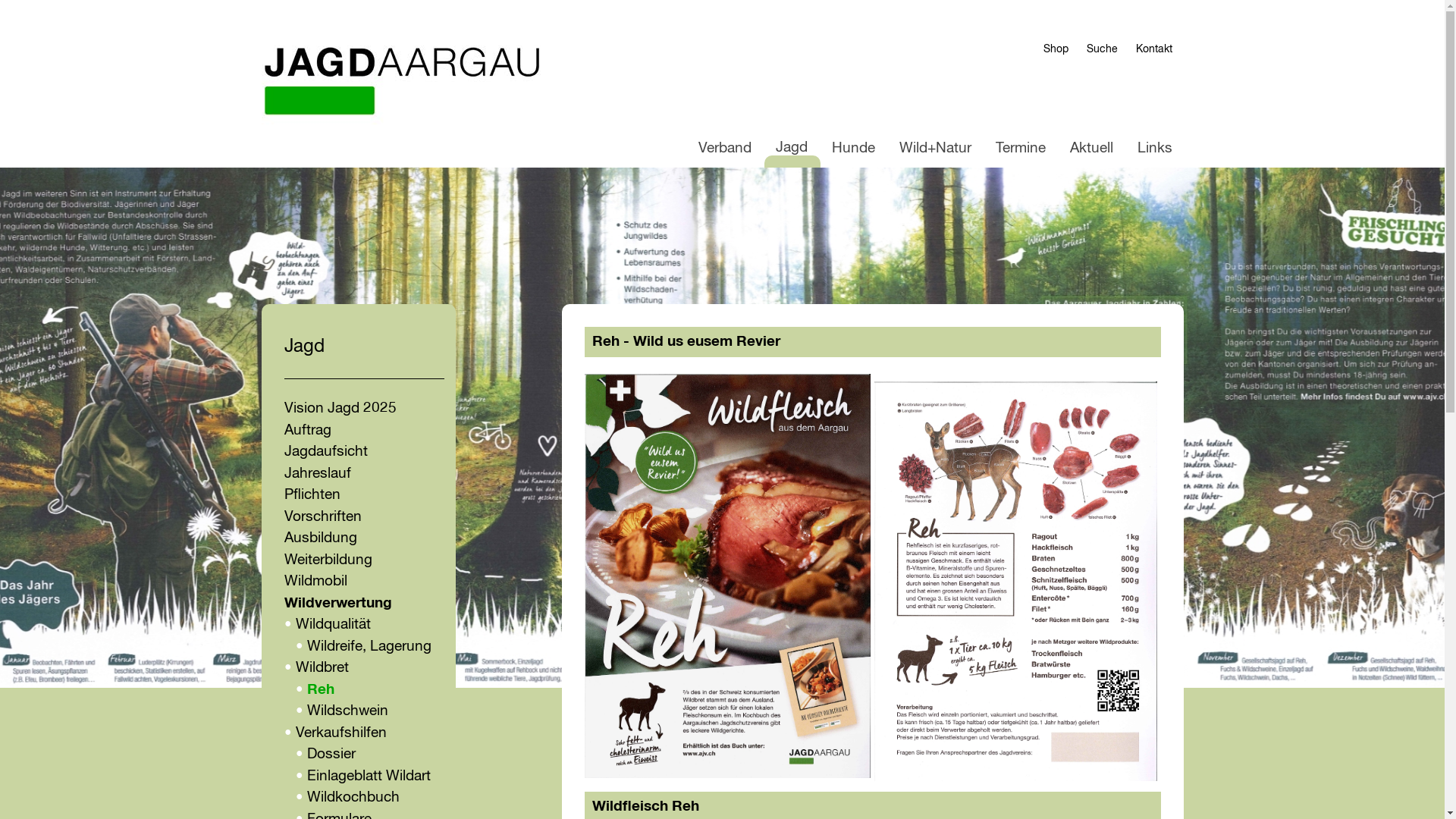 Image resolution: width=1456 pixels, height=819 pixels. Describe the element at coordinates (284, 430) in the screenshot. I see `'Auftrag'` at that location.